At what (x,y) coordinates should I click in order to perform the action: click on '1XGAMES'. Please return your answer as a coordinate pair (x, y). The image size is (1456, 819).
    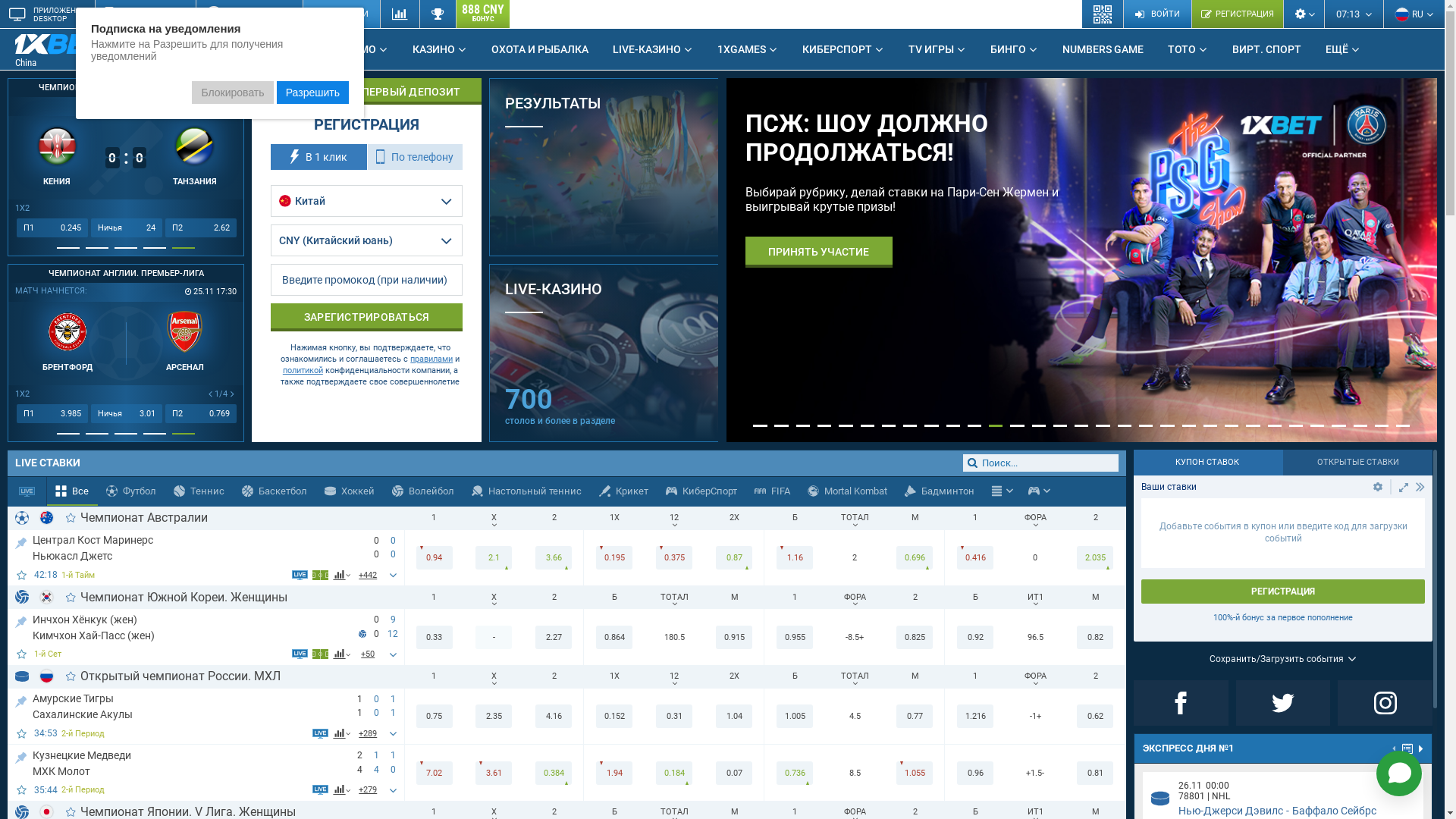
    Looking at the image, I should click on (747, 49).